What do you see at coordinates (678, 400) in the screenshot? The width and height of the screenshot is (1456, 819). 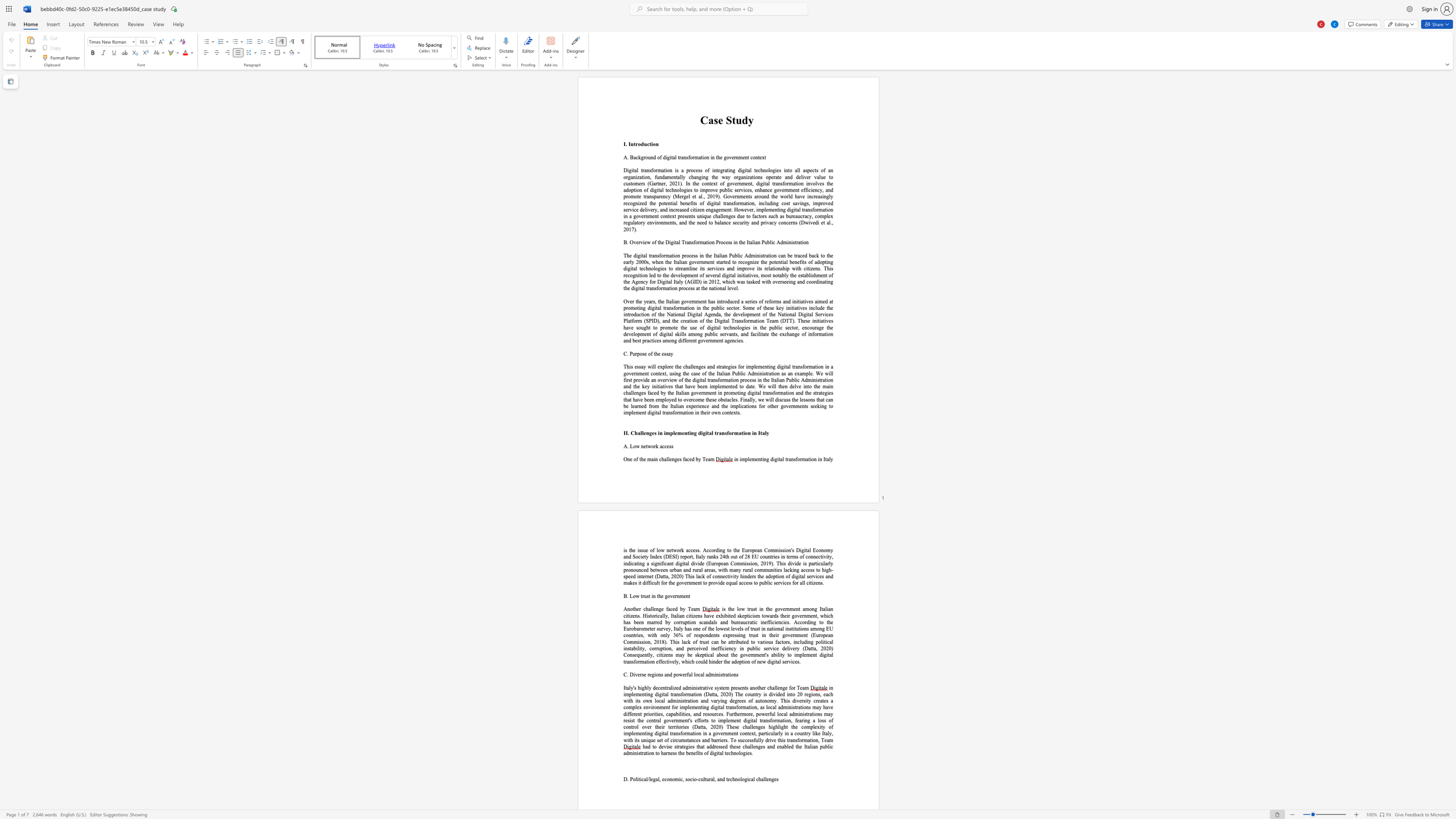 I see `the 48th character "t" in the text` at bounding box center [678, 400].